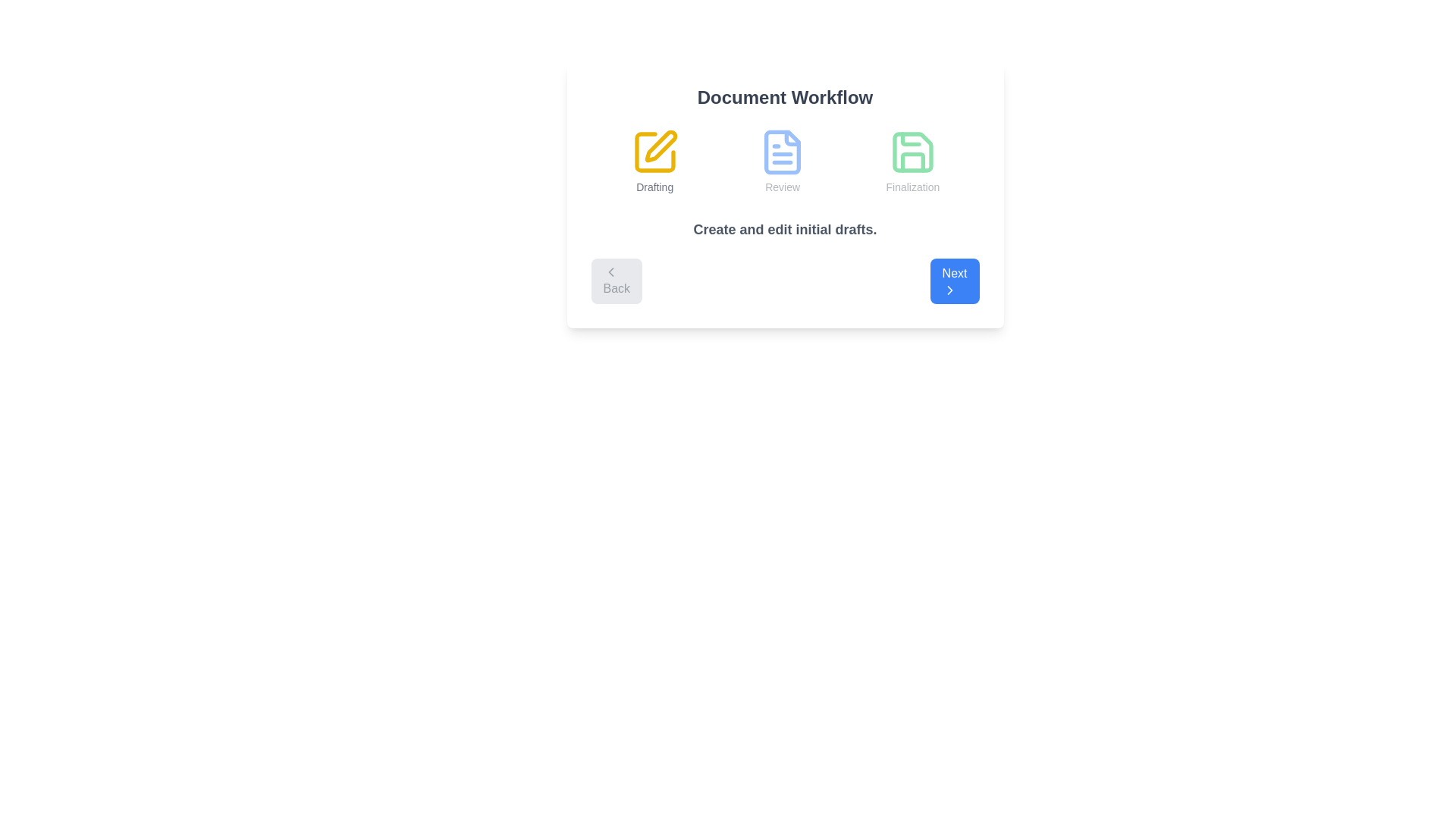 The image size is (1456, 819). Describe the element at coordinates (617, 281) in the screenshot. I see `the 'Back' button located at the bottom-left of the card` at that location.